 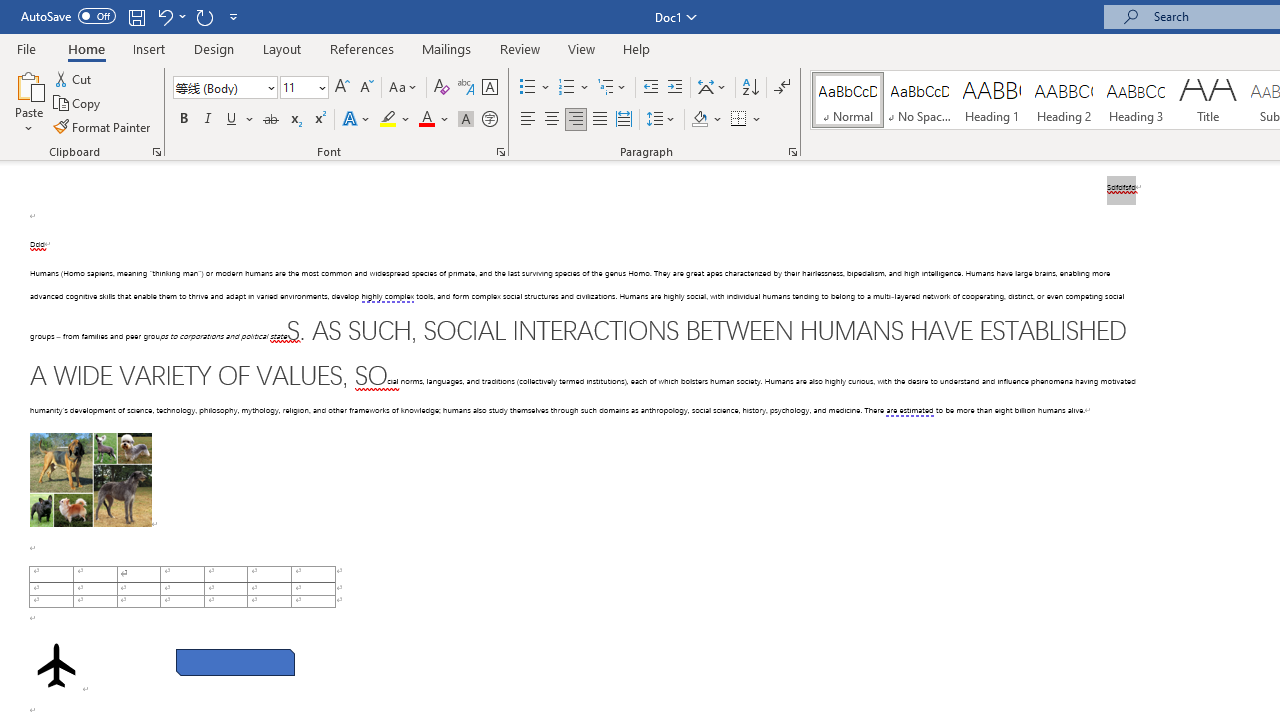 I want to click on 'Airplane with solid fill', so click(x=56, y=665).